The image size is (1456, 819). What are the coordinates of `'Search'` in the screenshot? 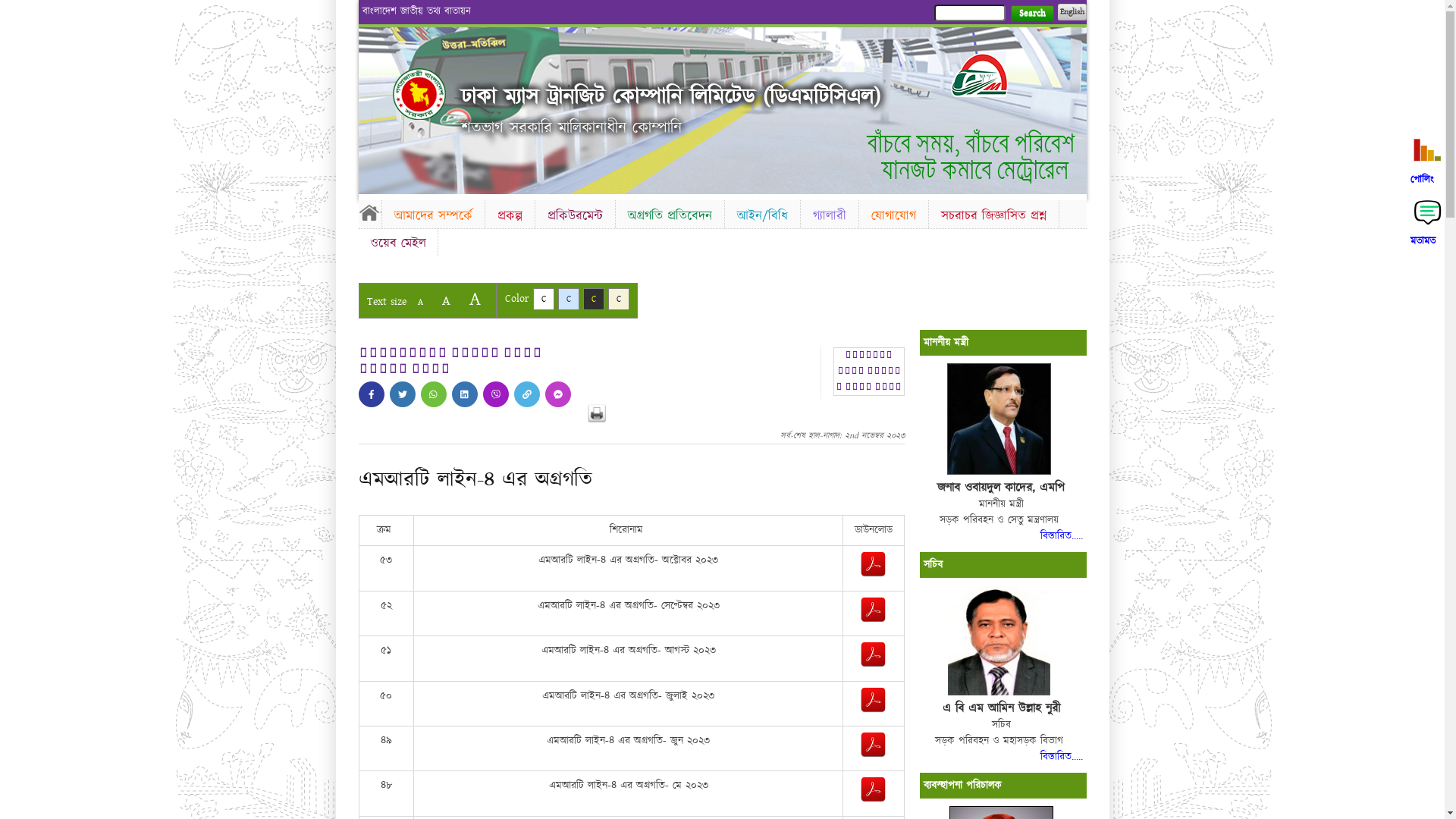 It's located at (1031, 13).